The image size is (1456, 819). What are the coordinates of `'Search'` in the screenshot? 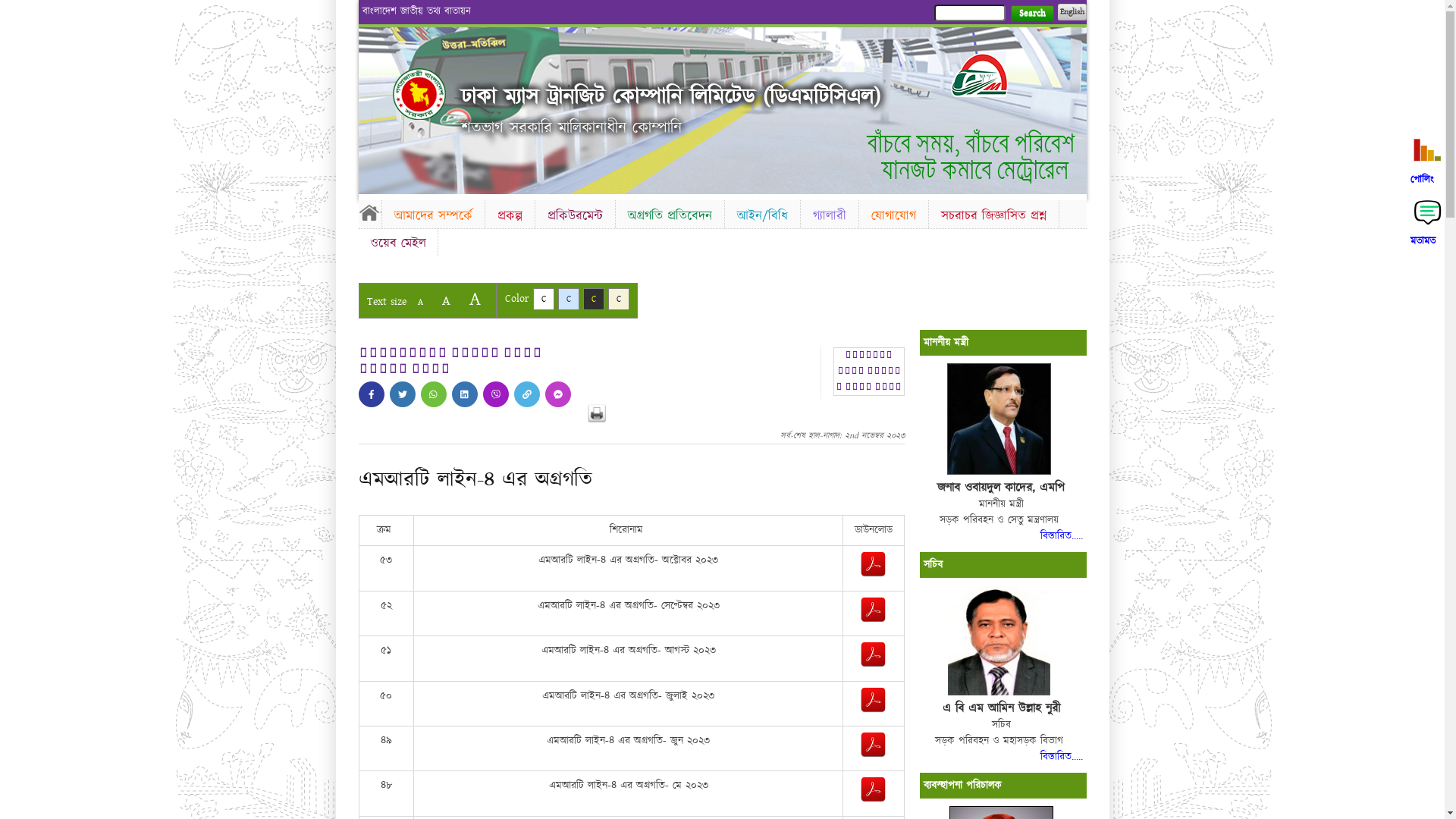 It's located at (1031, 13).